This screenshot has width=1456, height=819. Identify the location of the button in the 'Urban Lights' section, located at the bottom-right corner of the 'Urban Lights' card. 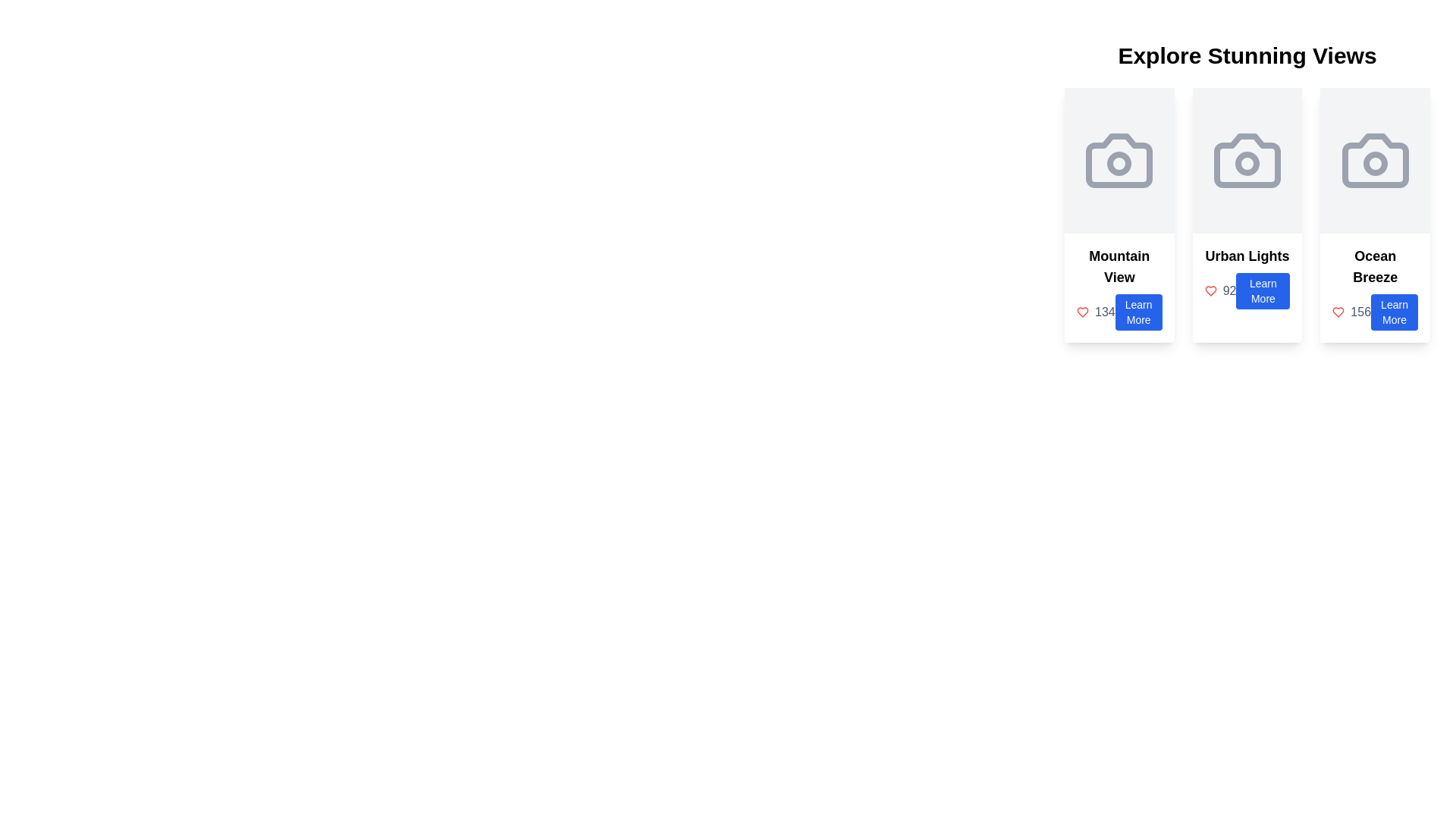
(1247, 291).